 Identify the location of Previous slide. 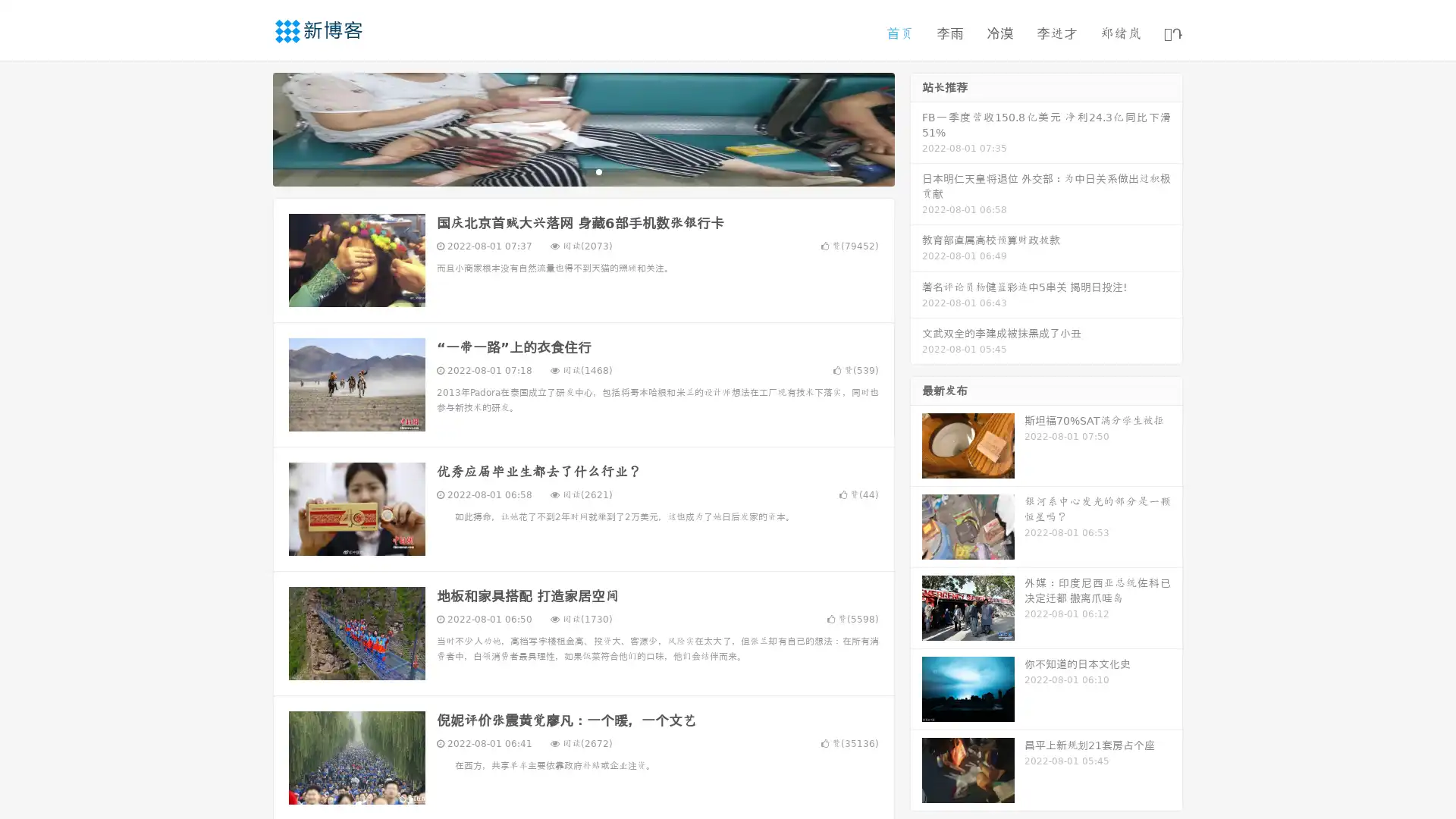
(250, 127).